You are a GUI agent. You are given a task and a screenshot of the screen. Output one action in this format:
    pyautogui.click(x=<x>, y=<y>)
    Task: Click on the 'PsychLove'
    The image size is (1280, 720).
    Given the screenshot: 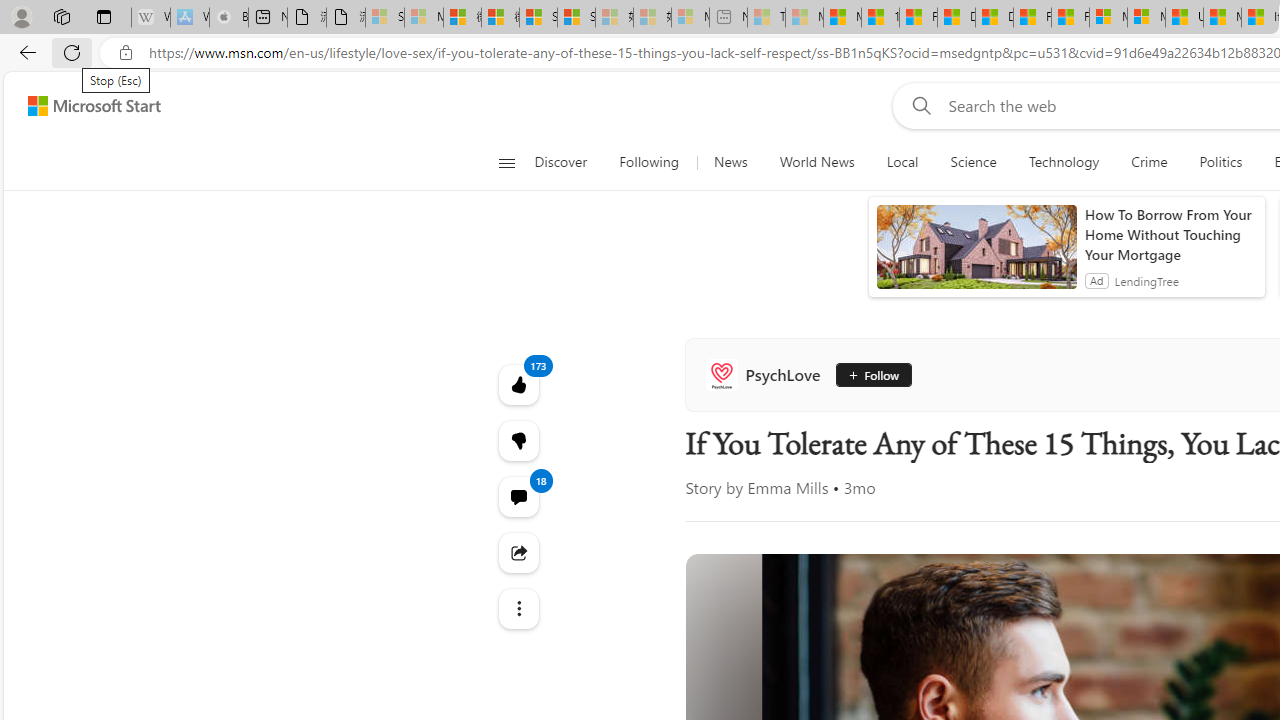 What is the action you would take?
    pyautogui.click(x=766, y=375)
    